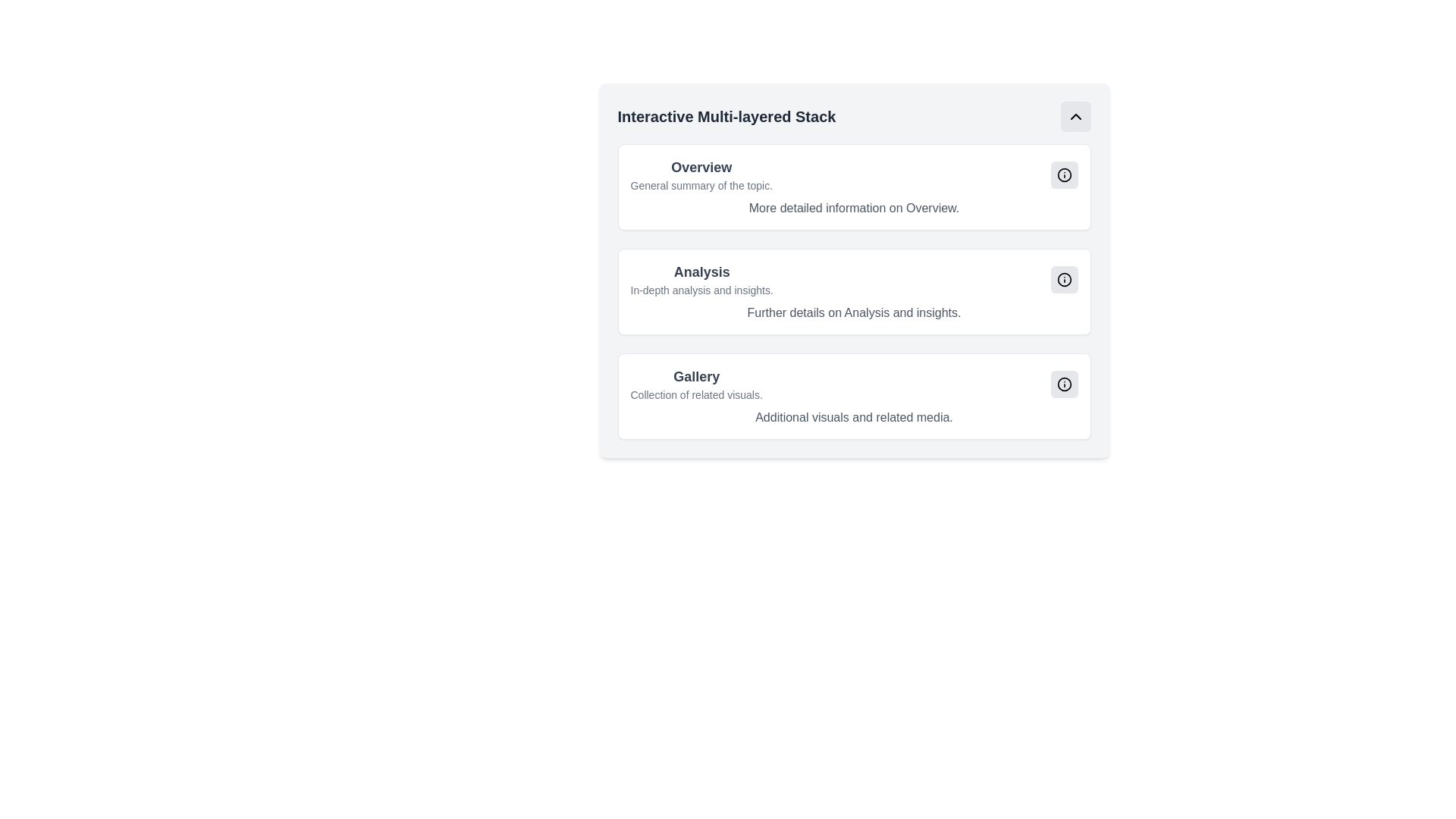 The width and height of the screenshot is (1456, 819). What do you see at coordinates (1075, 116) in the screenshot?
I see `the button located at the top-right corner of the 'Interactive Multi-layered Stack' section` at bounding box center [1075, 116].